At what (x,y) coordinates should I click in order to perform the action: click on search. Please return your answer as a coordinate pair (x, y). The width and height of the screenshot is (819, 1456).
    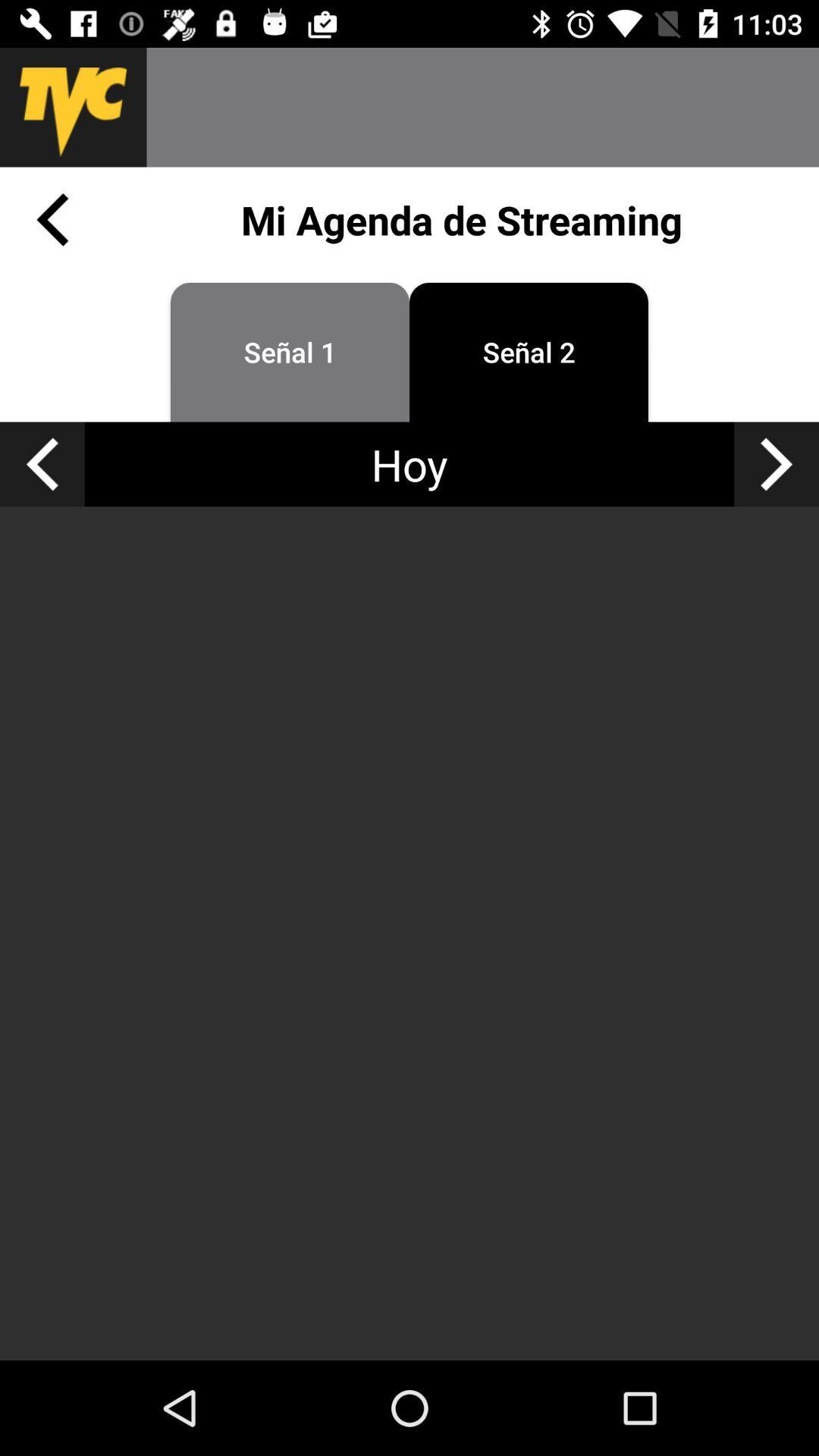
    Looking at the image, I should click on (482, 106).